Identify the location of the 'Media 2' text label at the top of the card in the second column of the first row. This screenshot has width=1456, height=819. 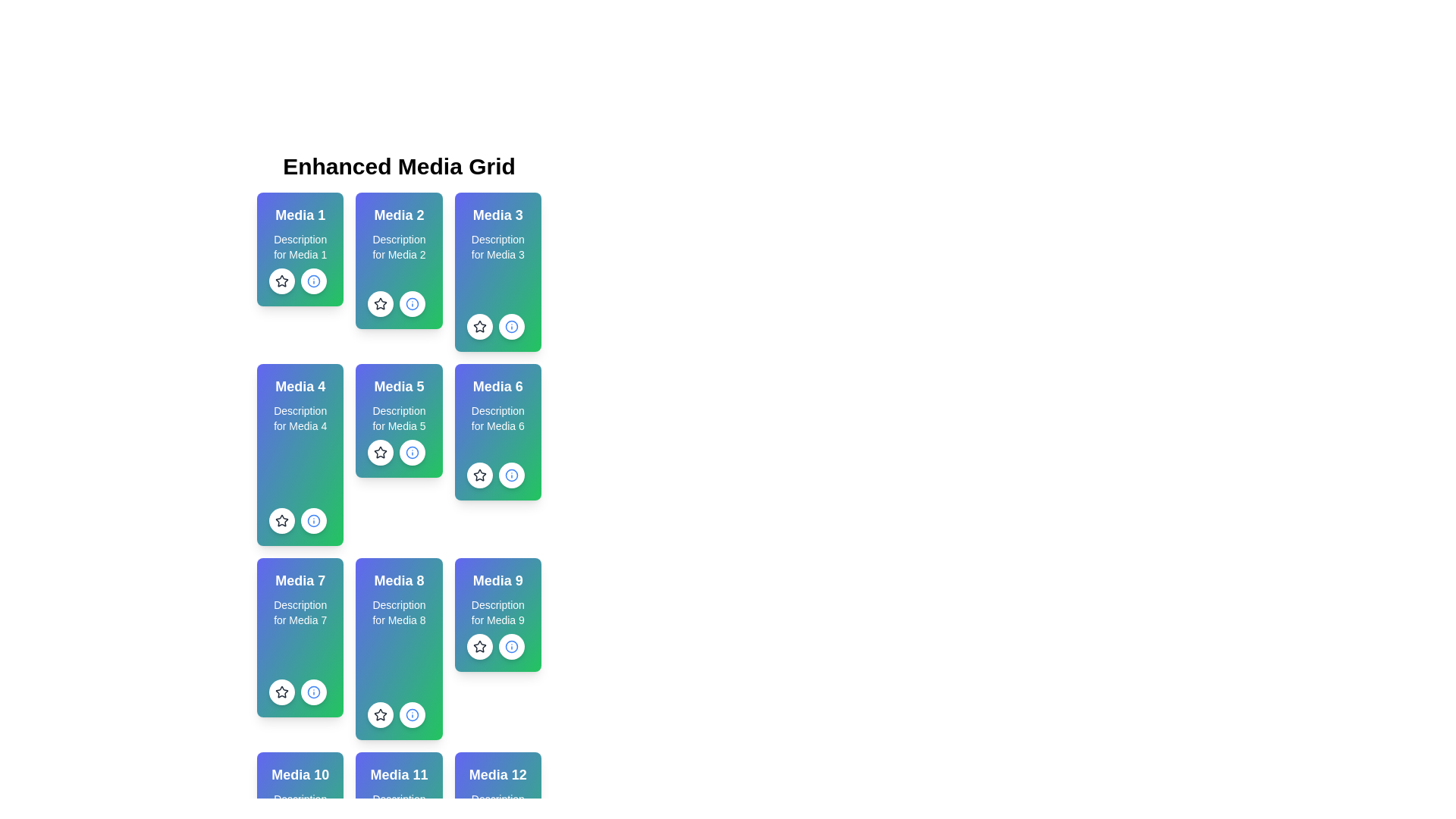
(399, 215).